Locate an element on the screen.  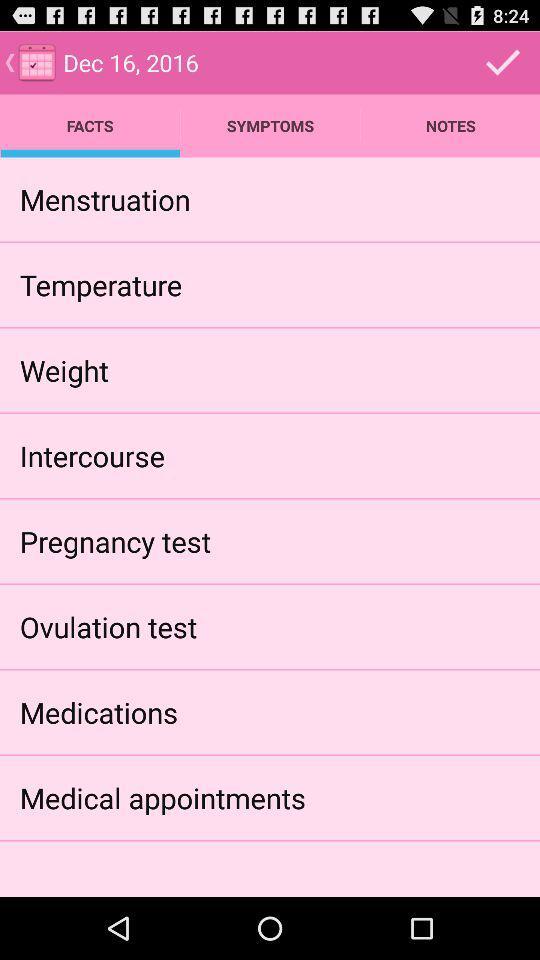
the weight icon is located at coordinates (64, 369).